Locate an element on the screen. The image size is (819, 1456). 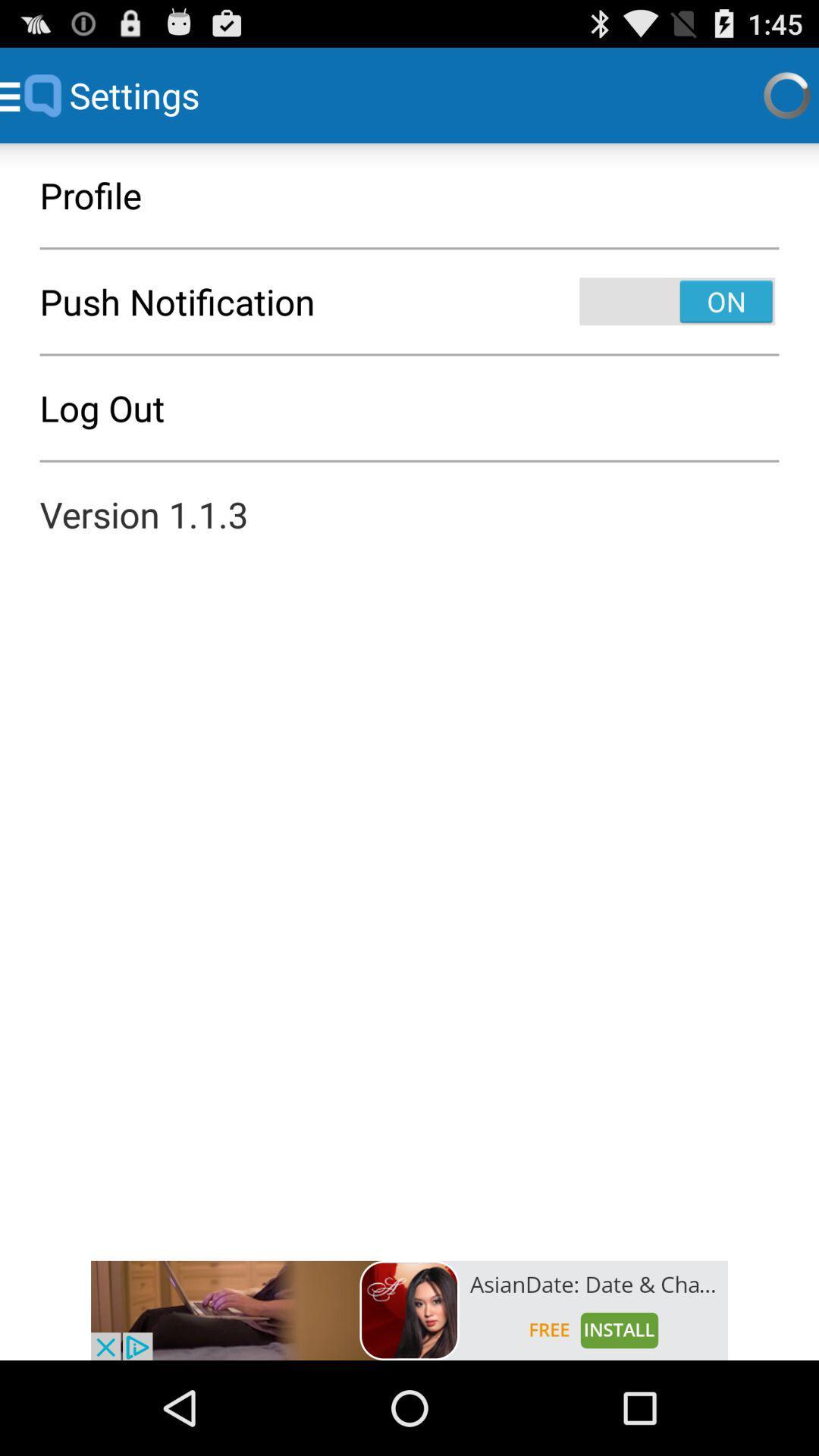
open advertisement is located at coordinates (409, 1310).